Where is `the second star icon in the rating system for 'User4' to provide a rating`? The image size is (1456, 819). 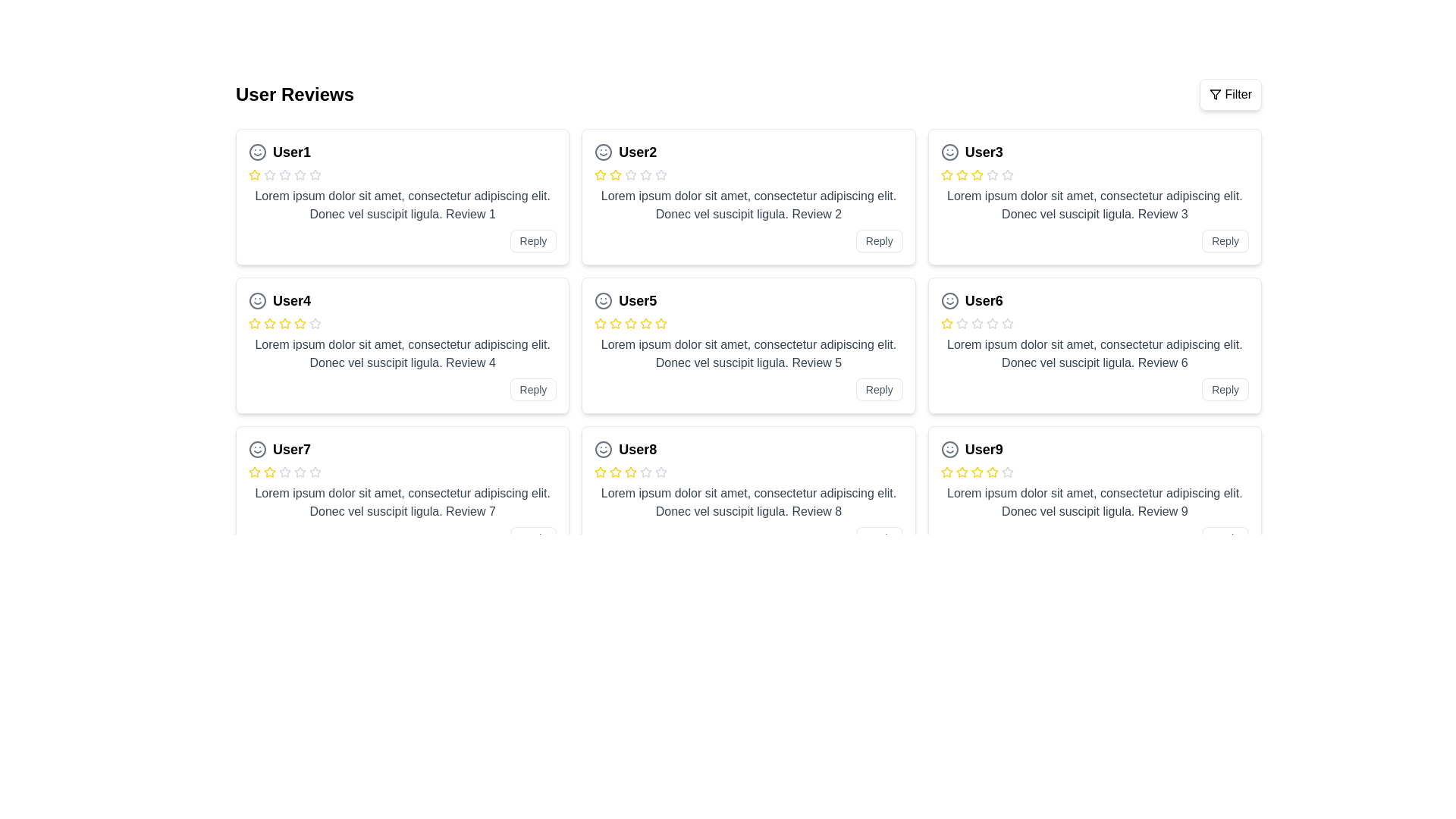
the second star icon in the rating system for 'User4' to provide a rating is located at coordinates (300, 322).